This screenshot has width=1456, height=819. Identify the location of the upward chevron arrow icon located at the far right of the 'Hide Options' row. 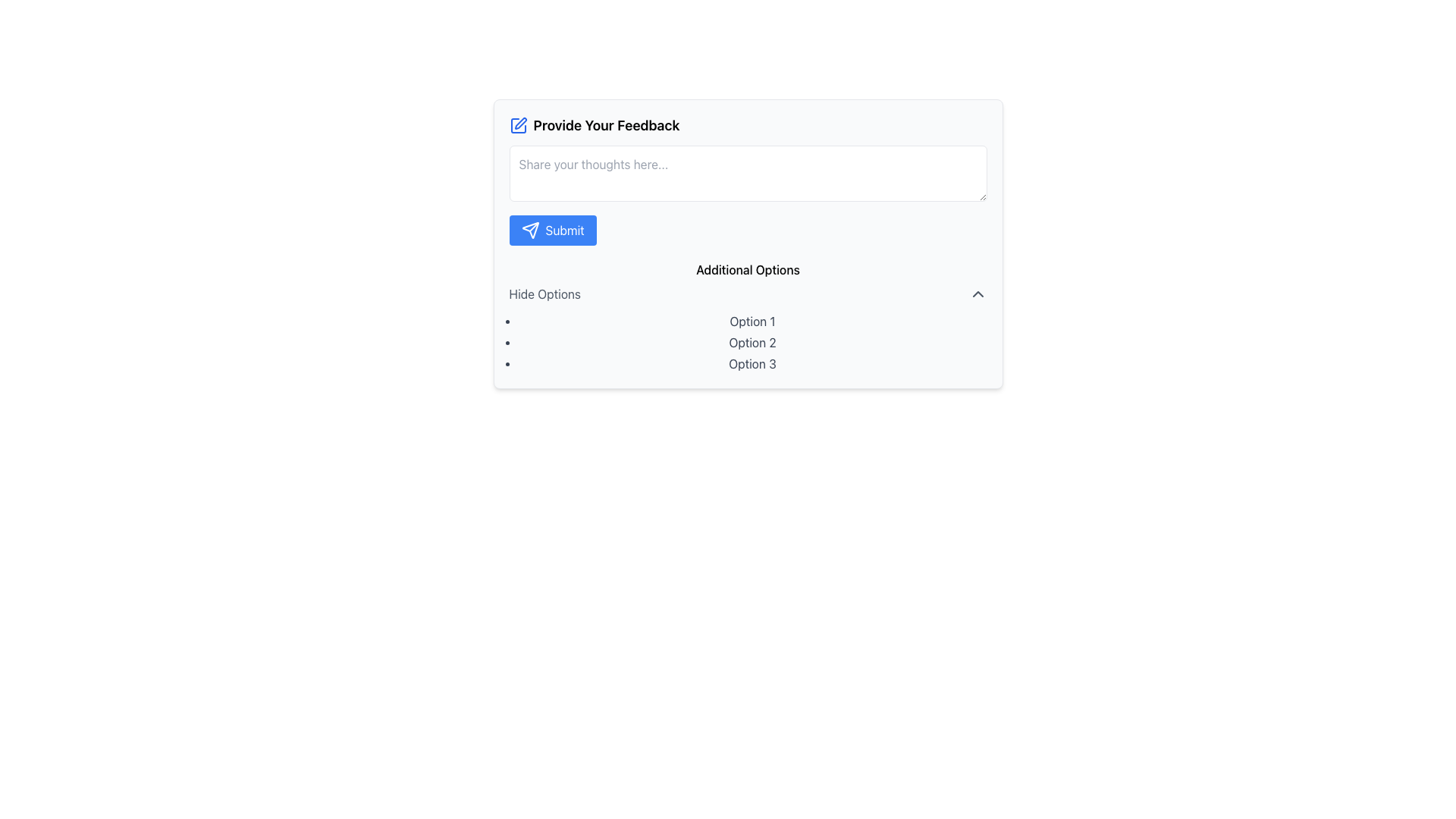
(977, 294).